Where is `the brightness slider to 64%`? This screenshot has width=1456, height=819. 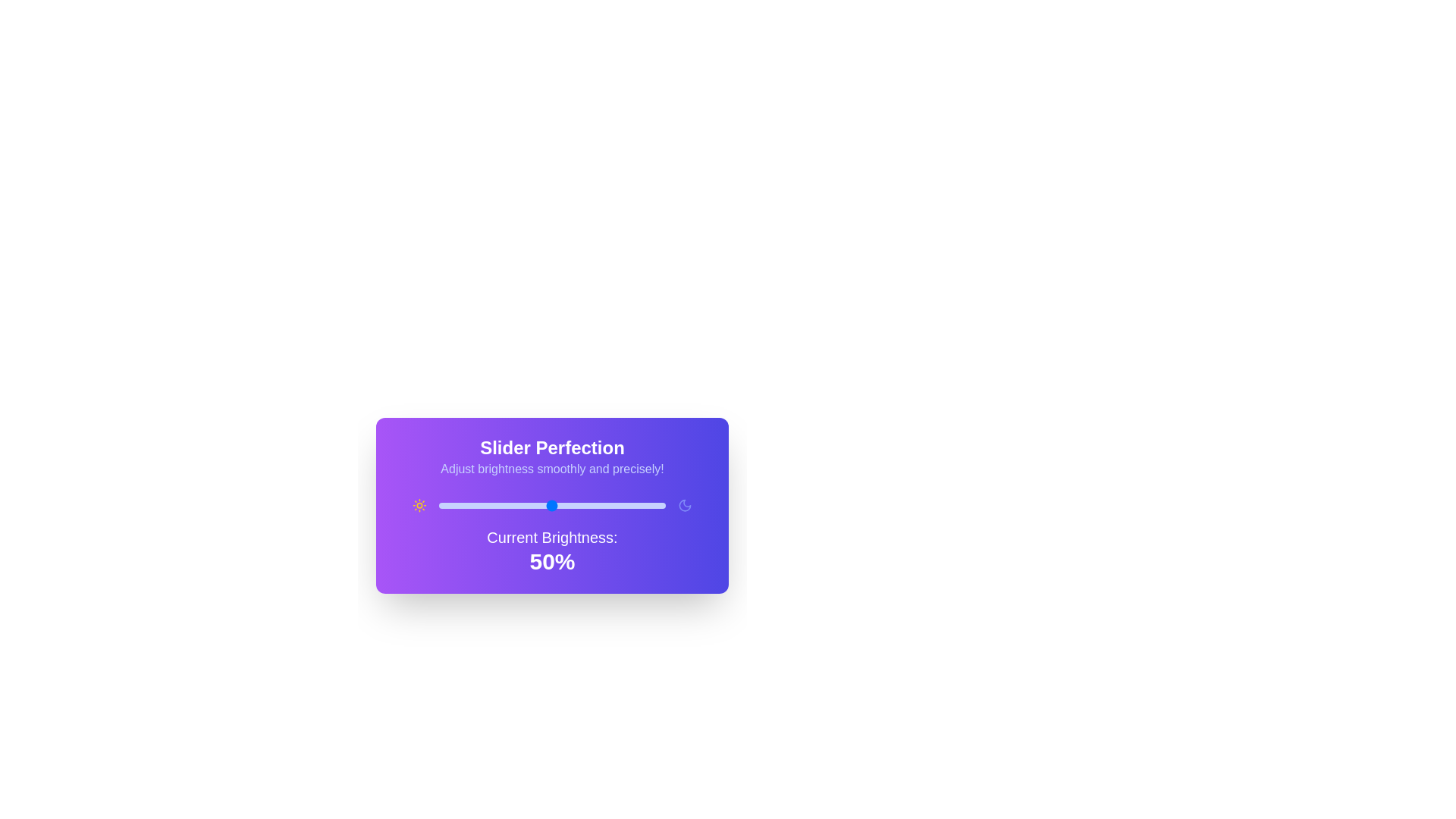
the brightness slider to 64% is located at coordinates (582, 506).